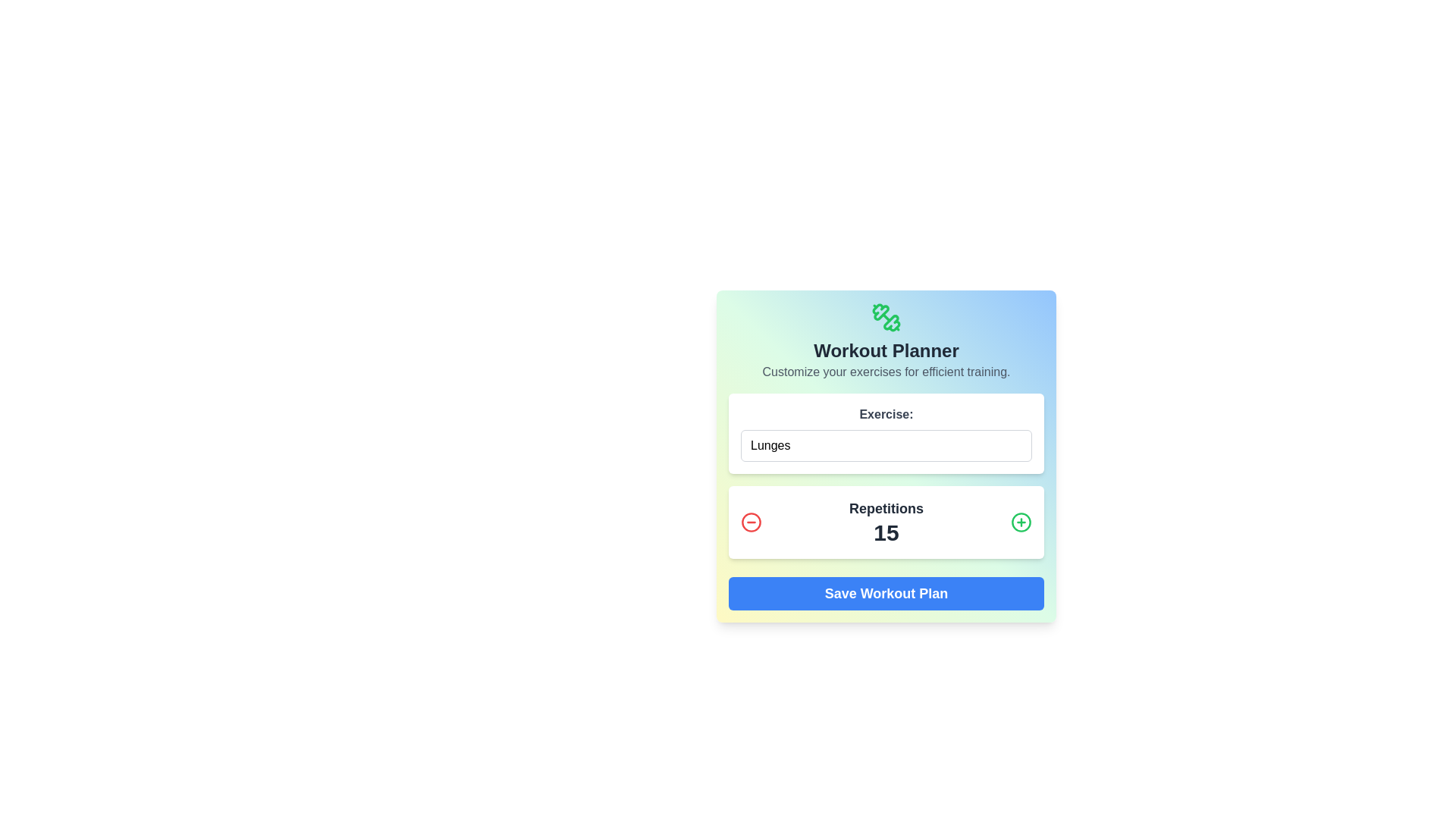 This screenshot has width=1456, height=819. I want to click on the green dumbbell icon located at the top of the card interface, which is above the 'Workout Planner' text, so click(886, 317).